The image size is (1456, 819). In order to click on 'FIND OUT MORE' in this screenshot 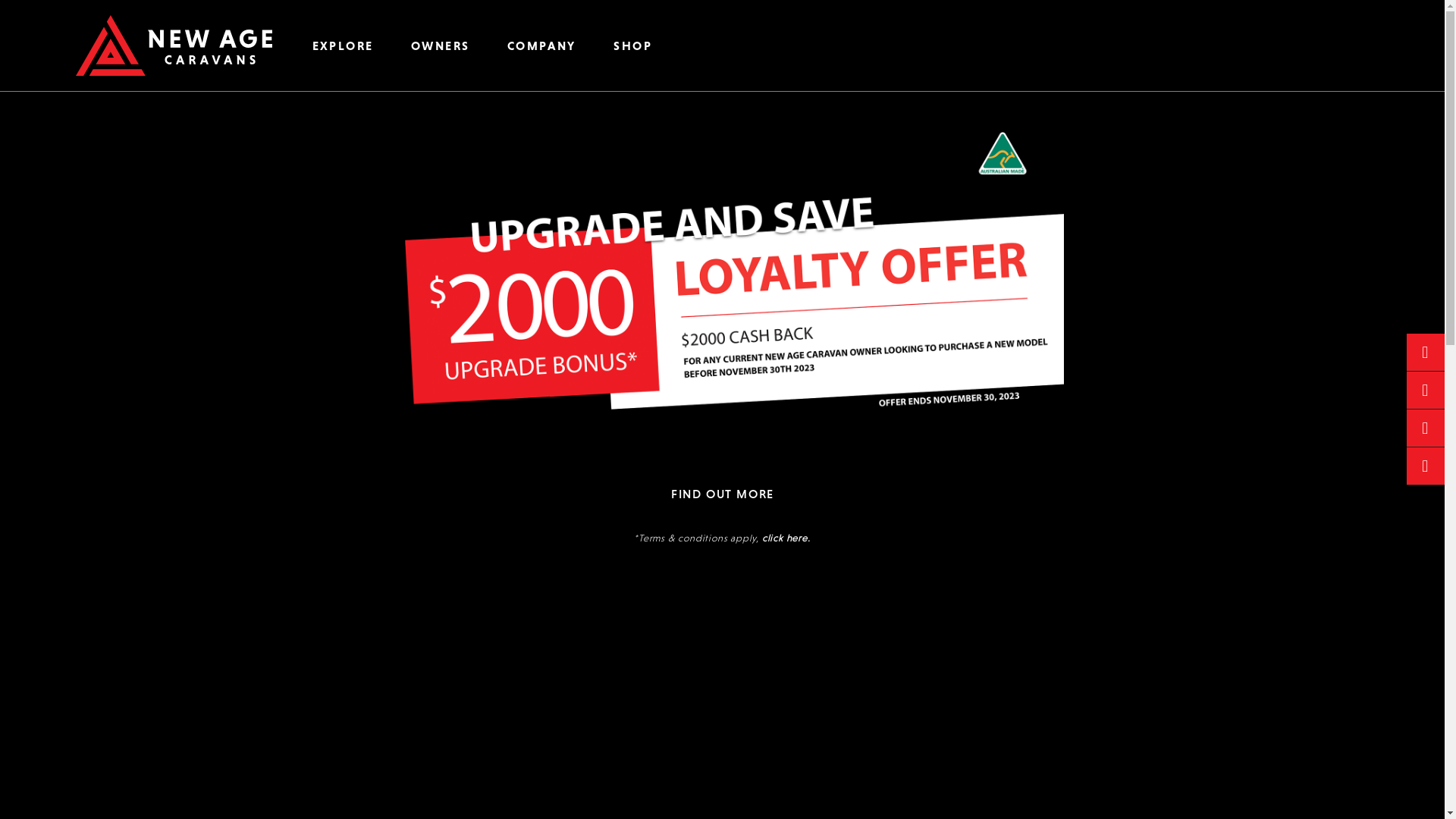, I will do `click(720, 493)`.